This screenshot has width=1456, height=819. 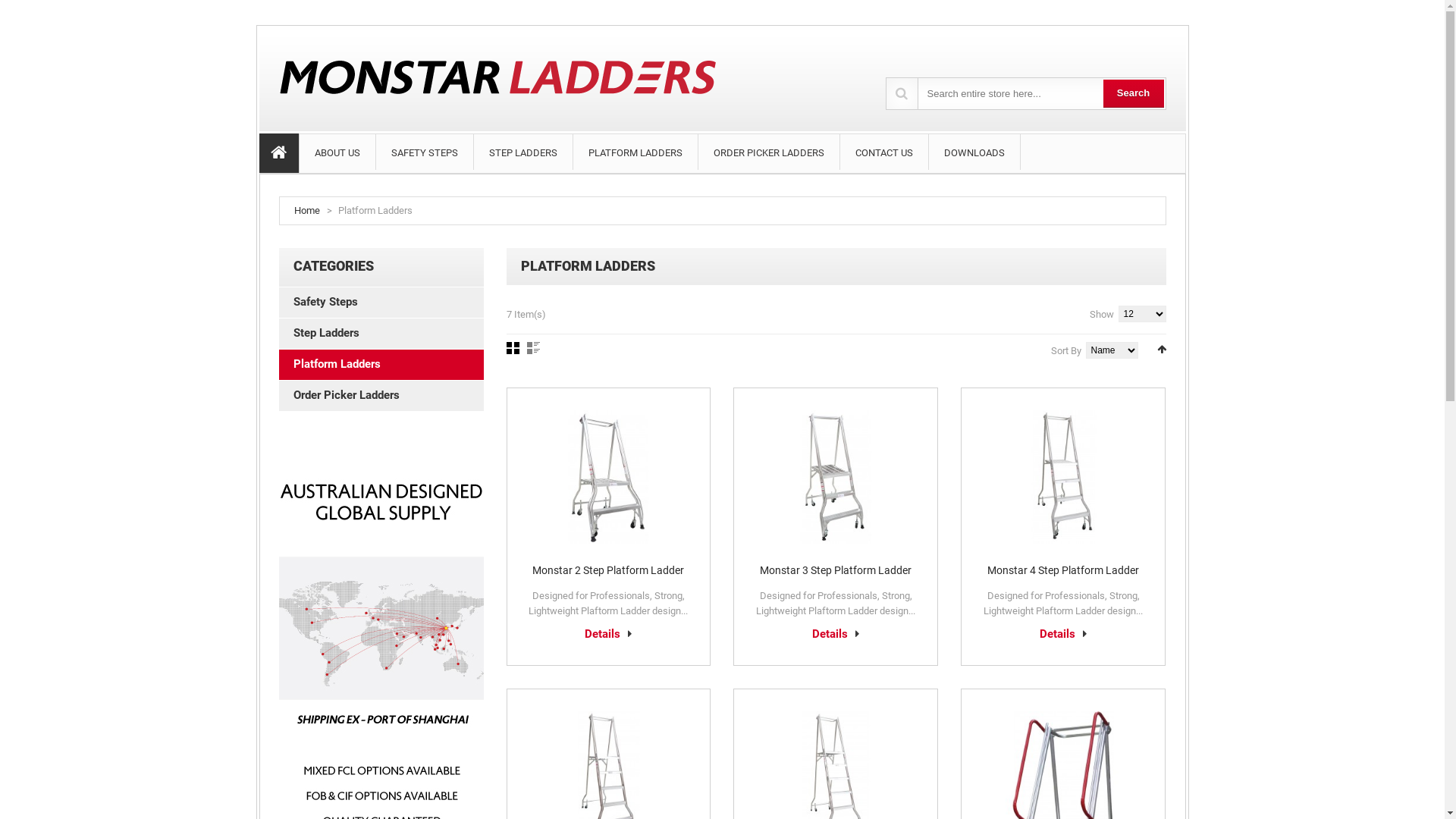 I want to click on 'PLATFORM LADDERS', so click(x=635, y=152).